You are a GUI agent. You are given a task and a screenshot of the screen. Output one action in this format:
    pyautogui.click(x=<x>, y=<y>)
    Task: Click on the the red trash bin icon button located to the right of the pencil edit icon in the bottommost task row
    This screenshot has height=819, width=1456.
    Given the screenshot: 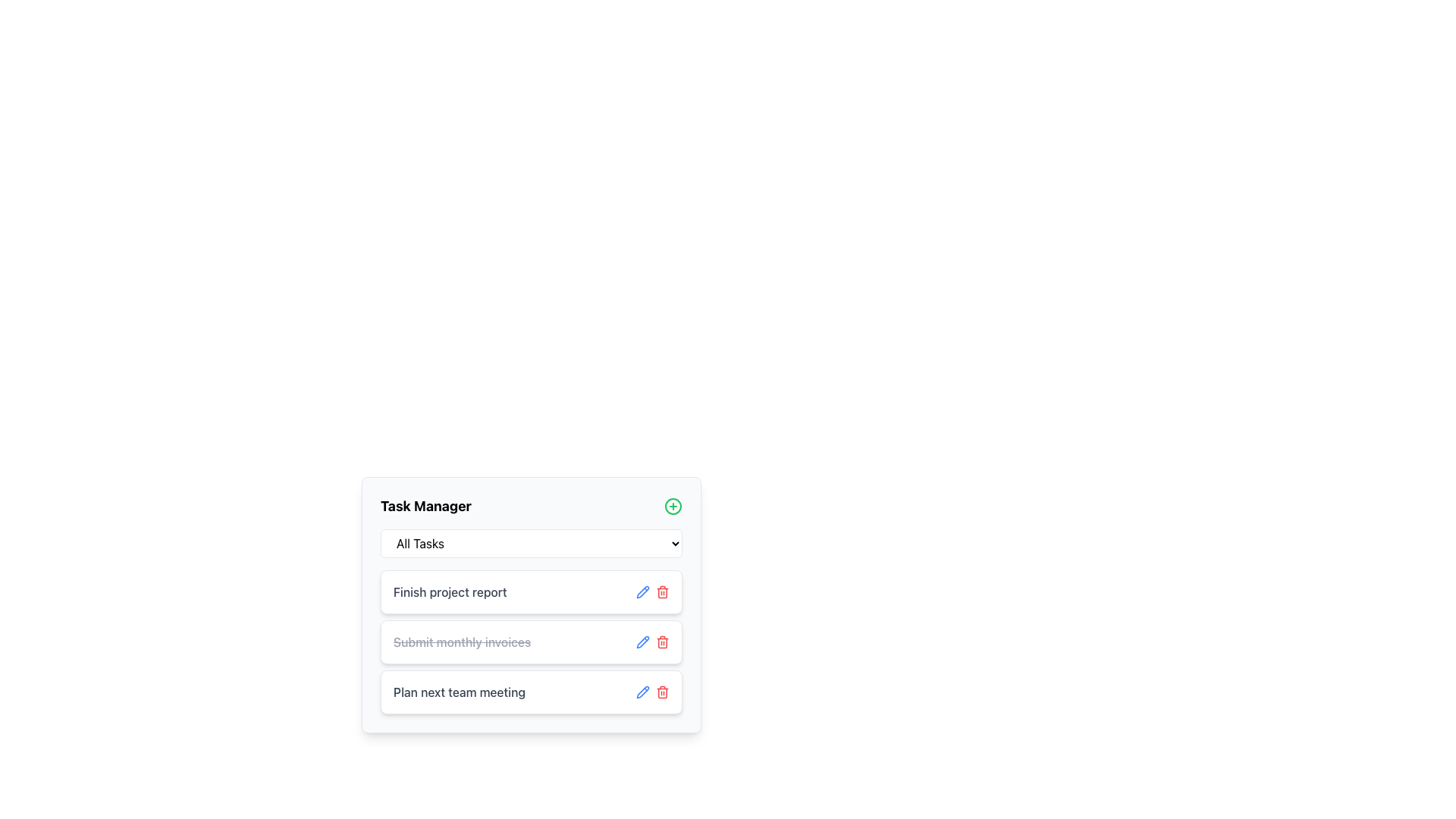 What is the action you would take?
    pyautogui.click(x=652, y=692)
    